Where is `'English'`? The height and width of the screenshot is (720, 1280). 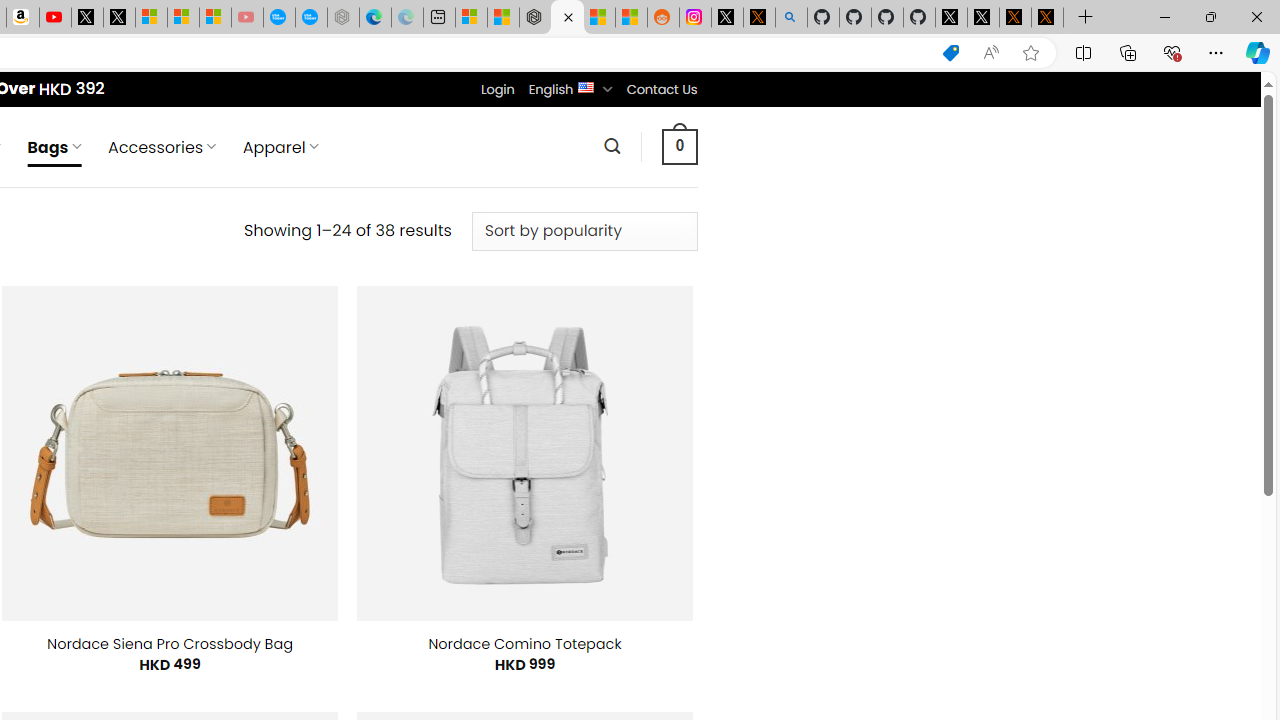 'English' is located at coordinates (585, 85).